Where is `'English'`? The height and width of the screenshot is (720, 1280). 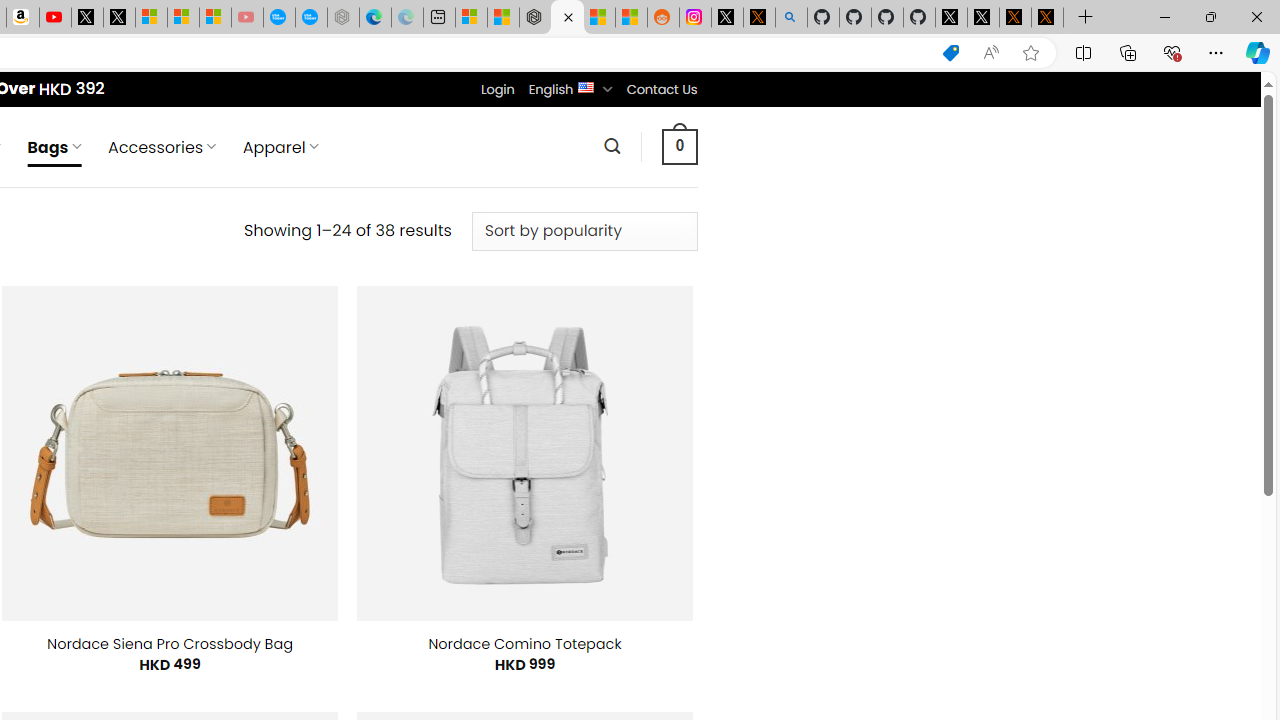 'English' is located at coordinates (585, 85).